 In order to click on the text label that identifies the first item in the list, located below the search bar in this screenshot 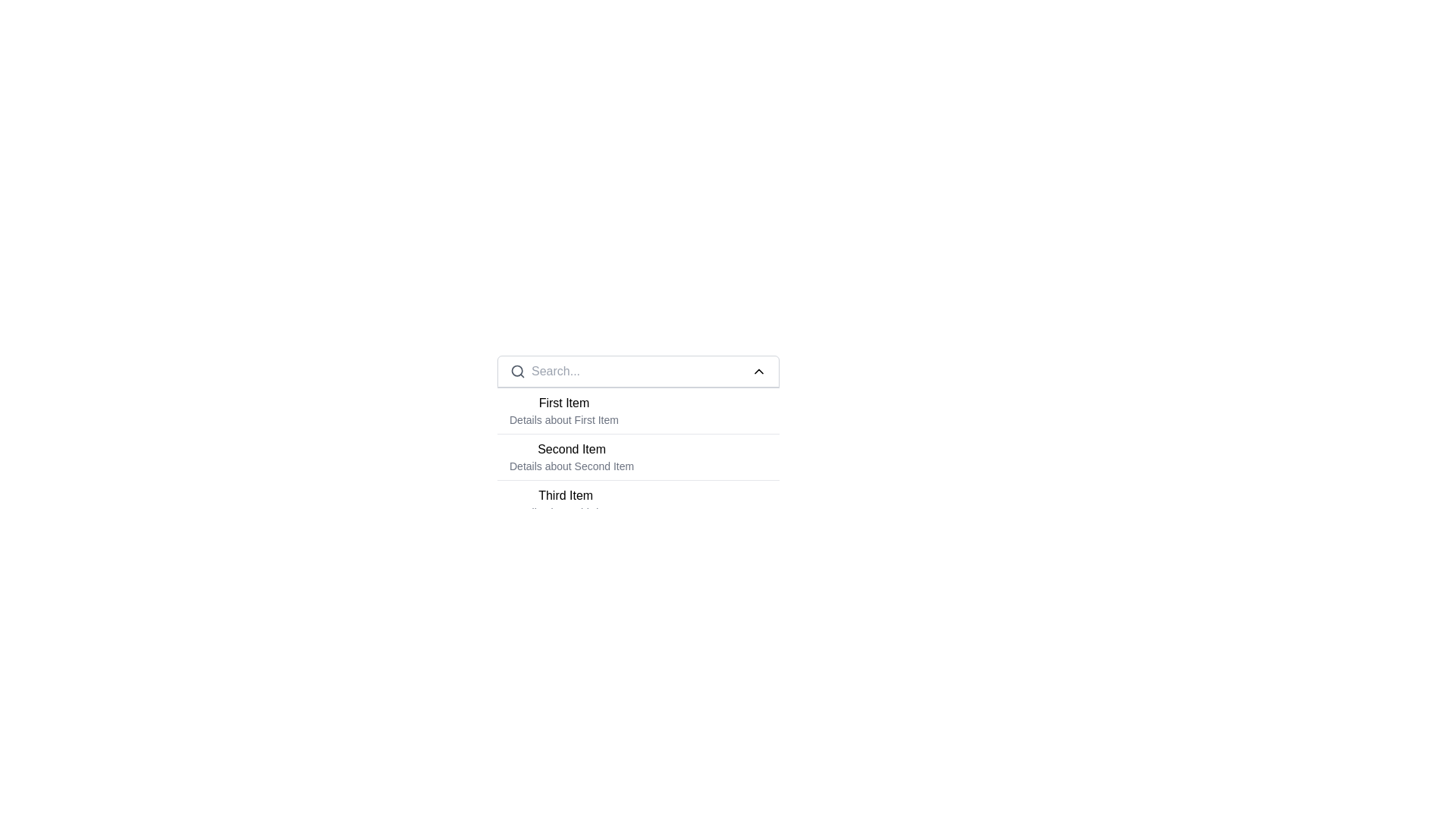, I will do `click(563, 403)`.